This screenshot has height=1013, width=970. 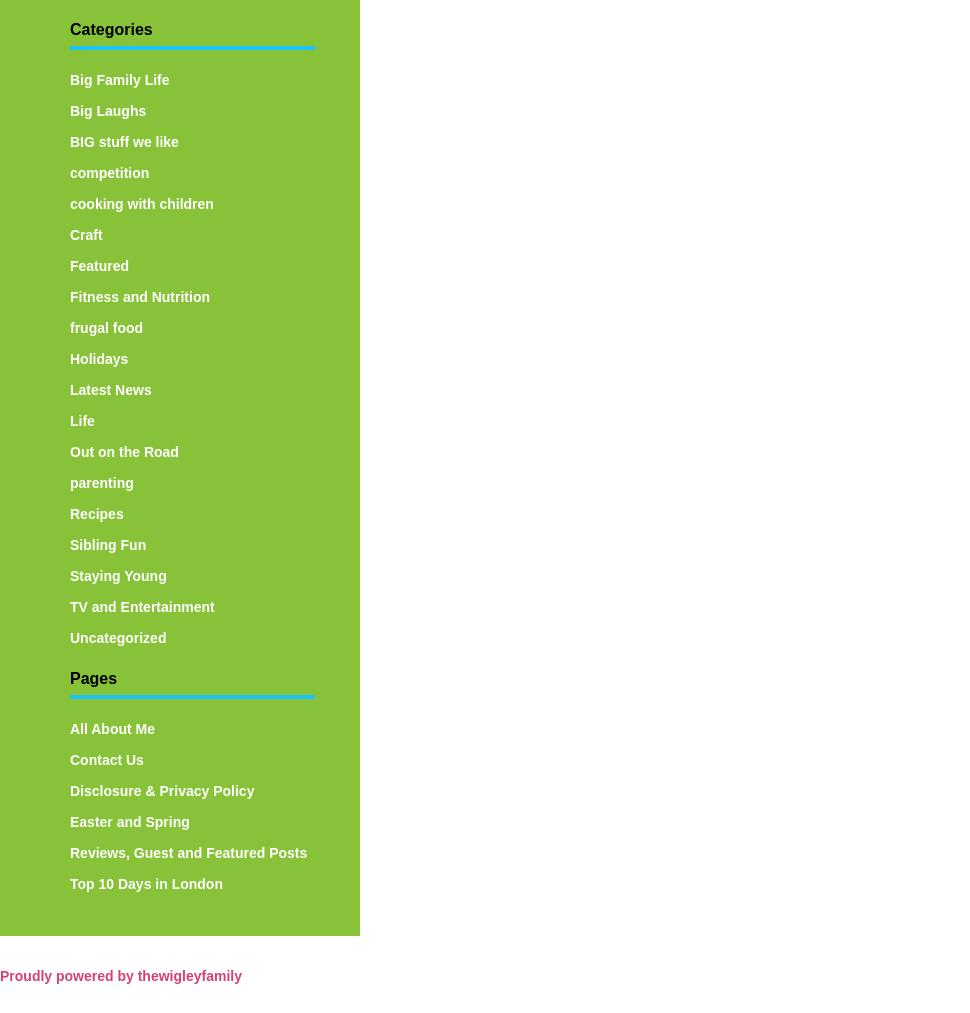 What do you see at coordinates (95, 512) in the screenshot?
I see `'Recipes'` at bounding box center [95, 512].